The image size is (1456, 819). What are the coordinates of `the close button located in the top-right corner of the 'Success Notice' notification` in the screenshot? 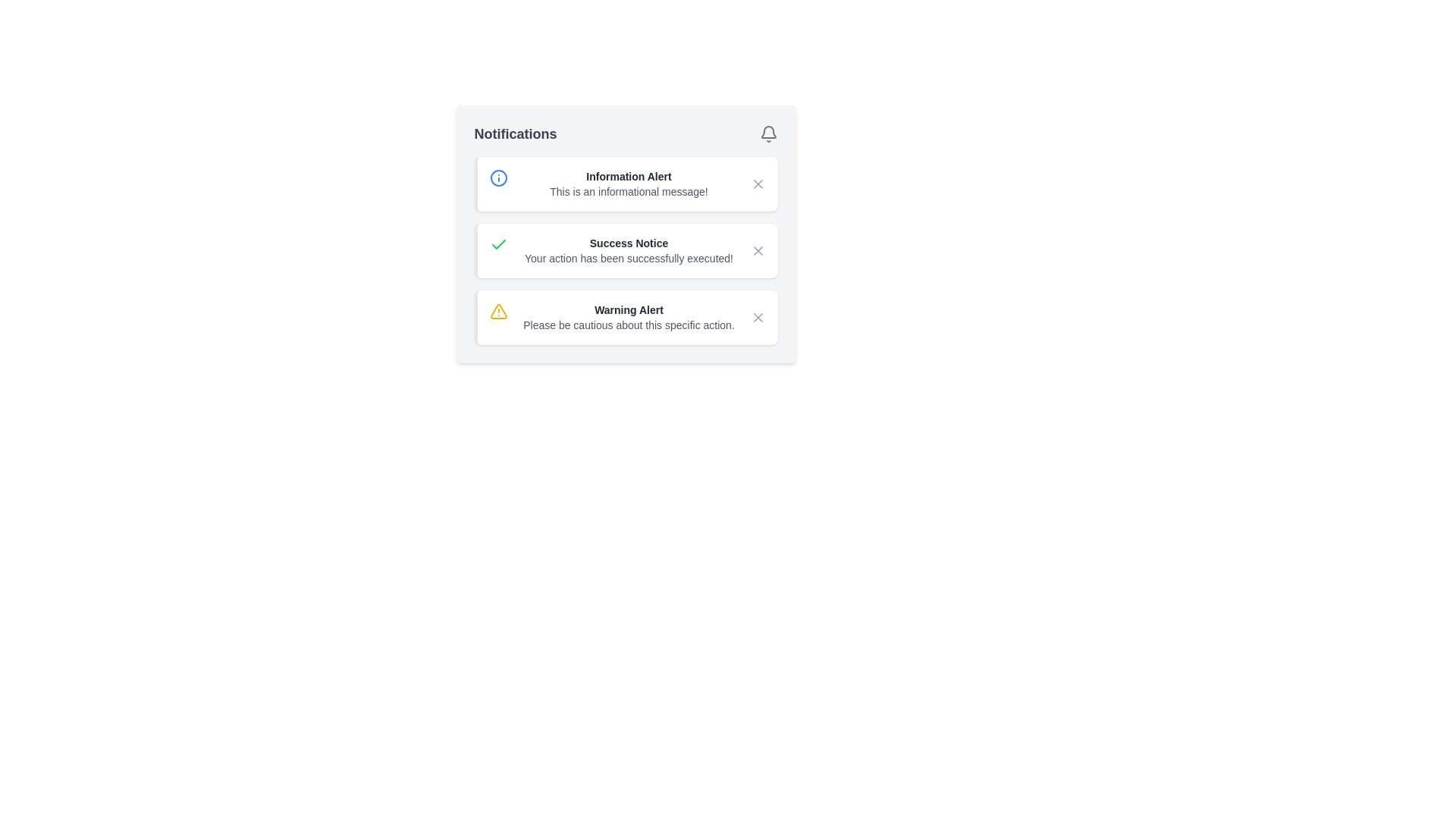 It's located at (758, 250).